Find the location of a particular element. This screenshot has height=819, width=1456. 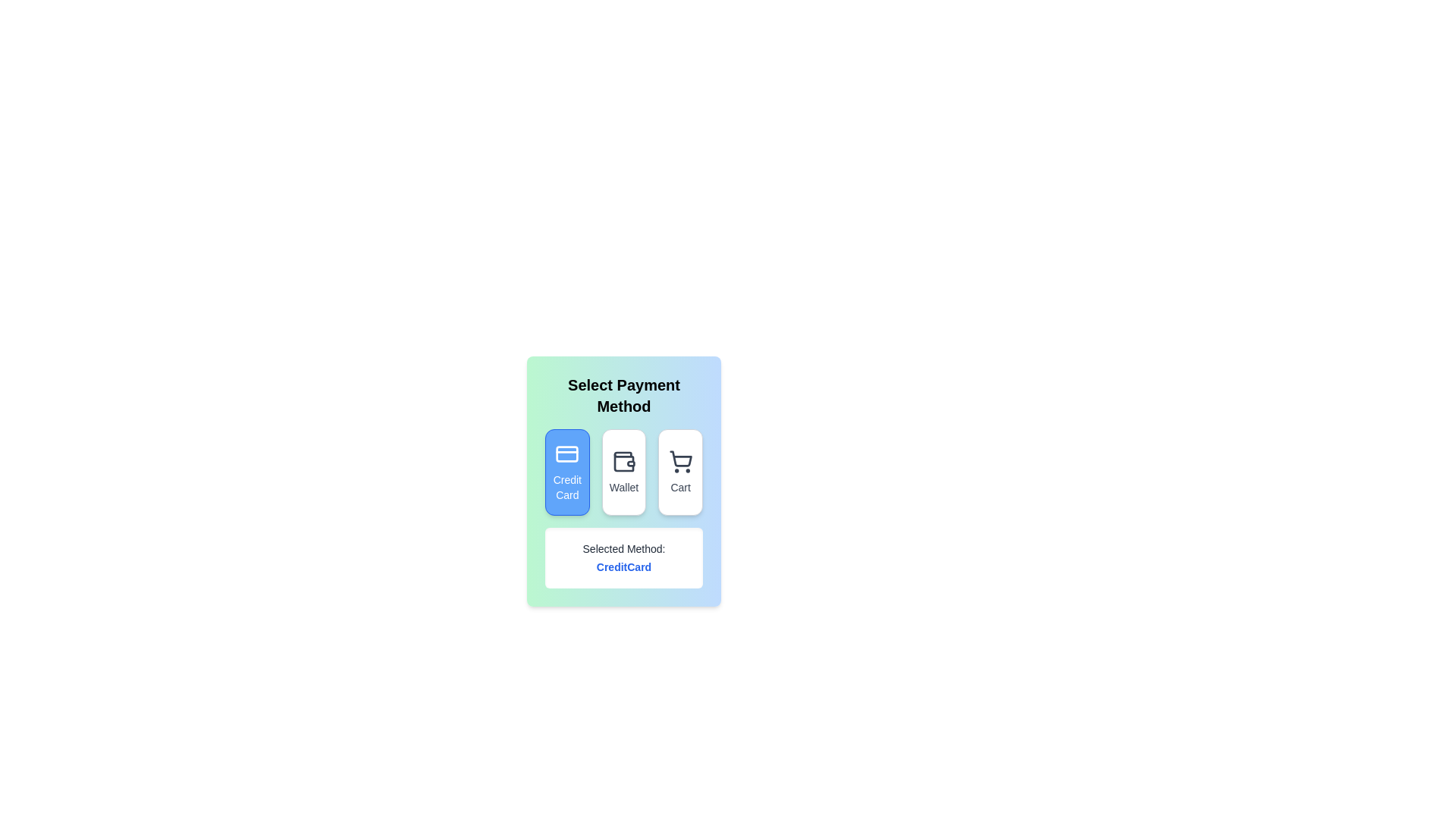

the payment method Wallet by clicking its corresponding button is located at coordinates (623, 472).